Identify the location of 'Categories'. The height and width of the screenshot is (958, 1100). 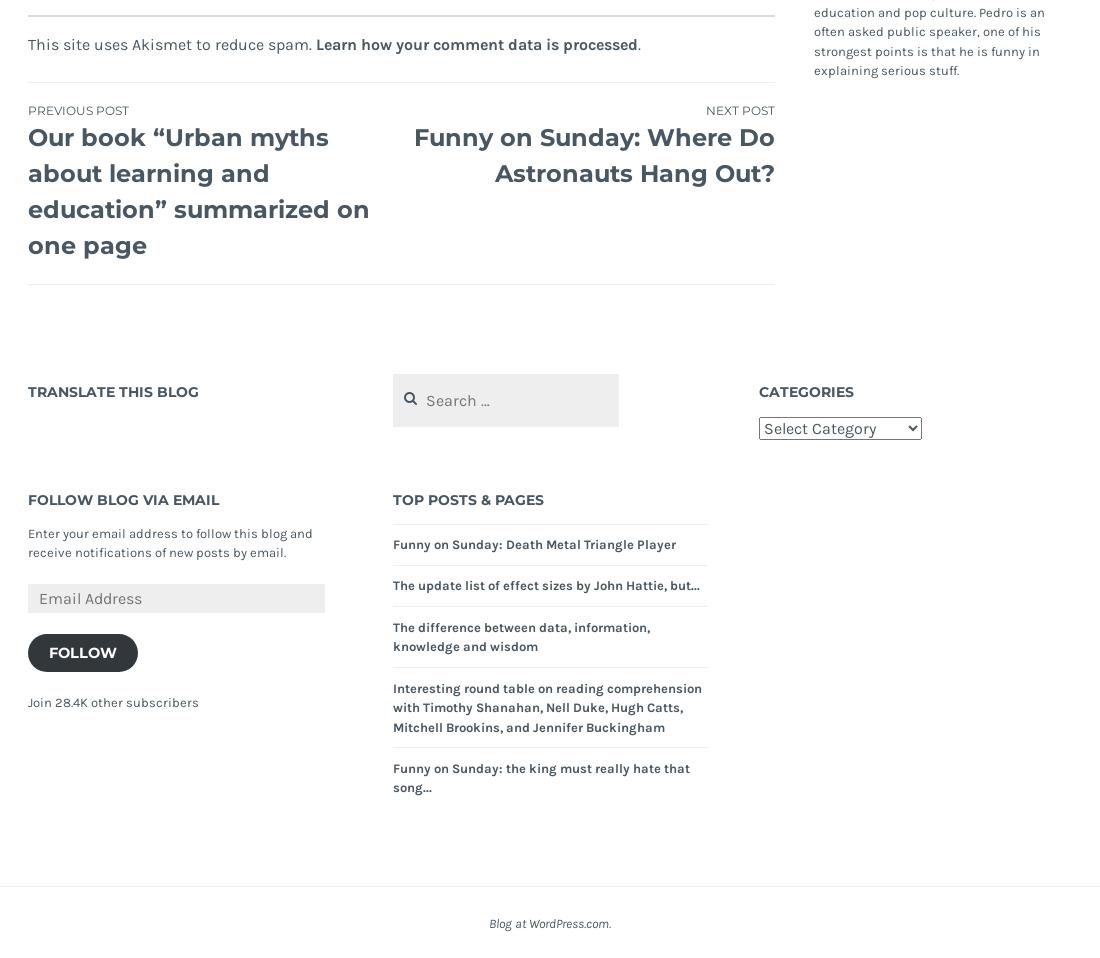
(806, 391).